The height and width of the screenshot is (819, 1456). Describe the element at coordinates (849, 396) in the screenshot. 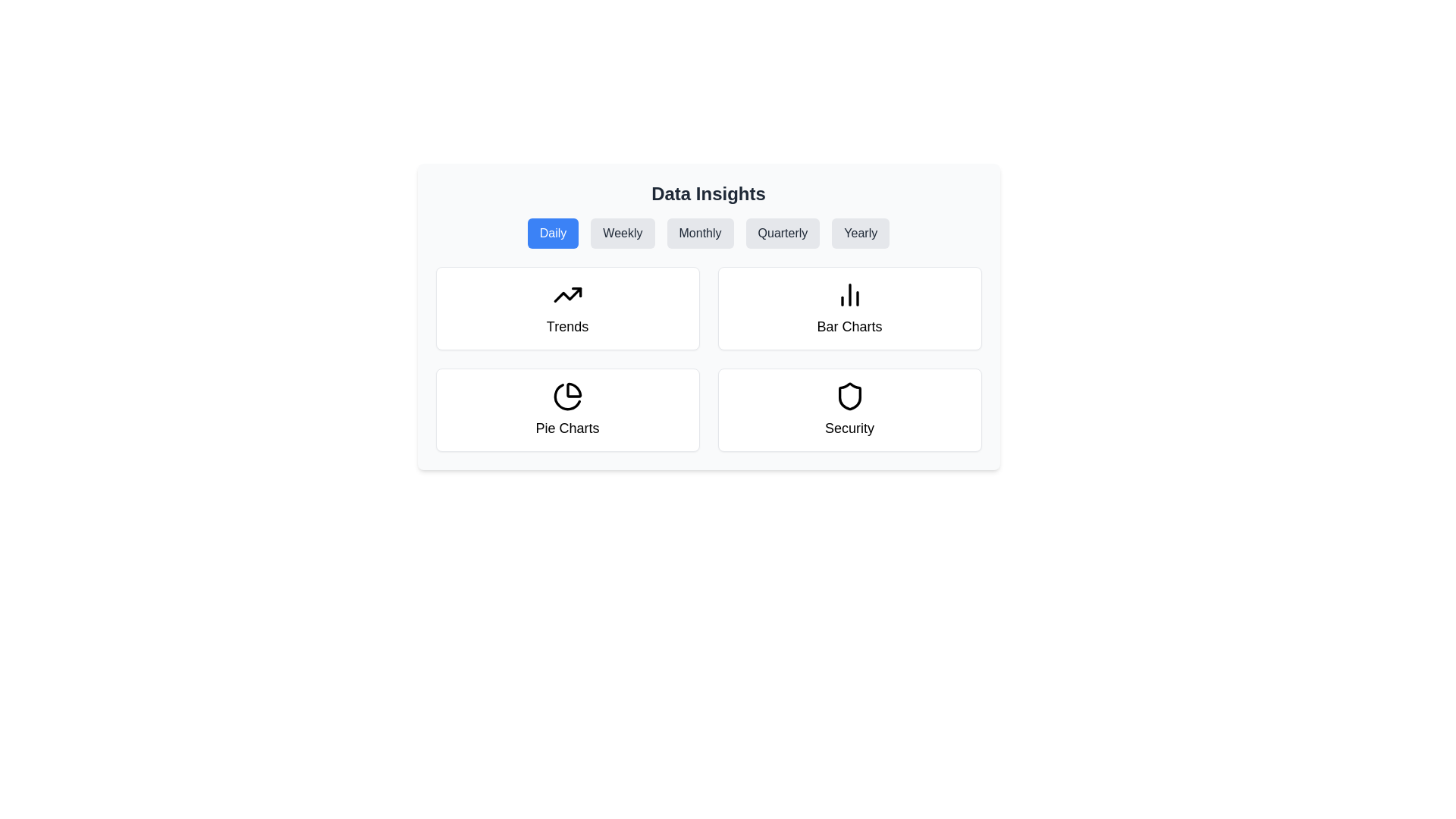

I see `the inner curve of the shield icon located in the 'Security' grid cell beneath the 'Data Insights' heading` at that location.